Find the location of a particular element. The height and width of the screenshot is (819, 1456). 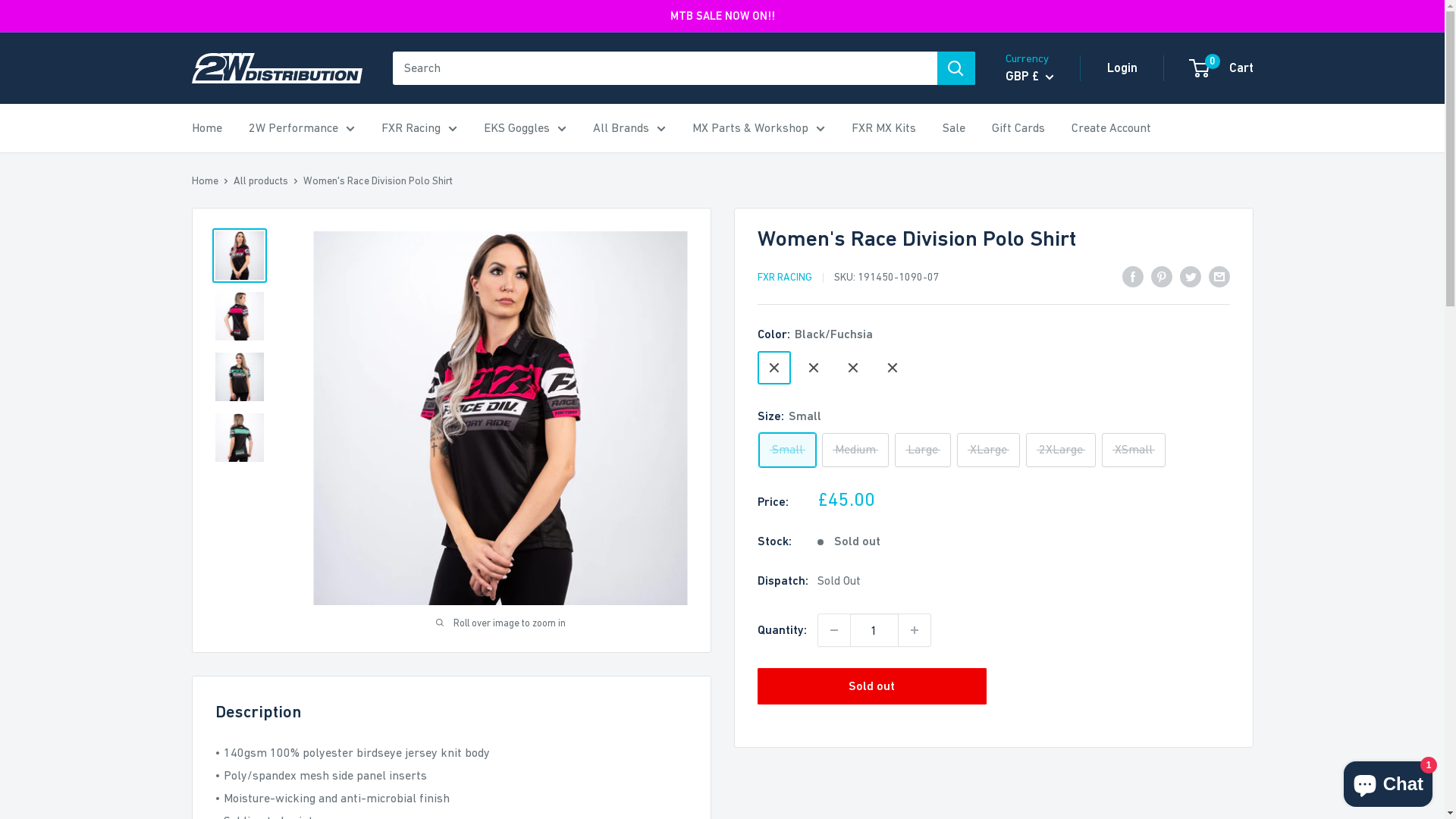

'CHF' is located at coordinates (1048, 207).